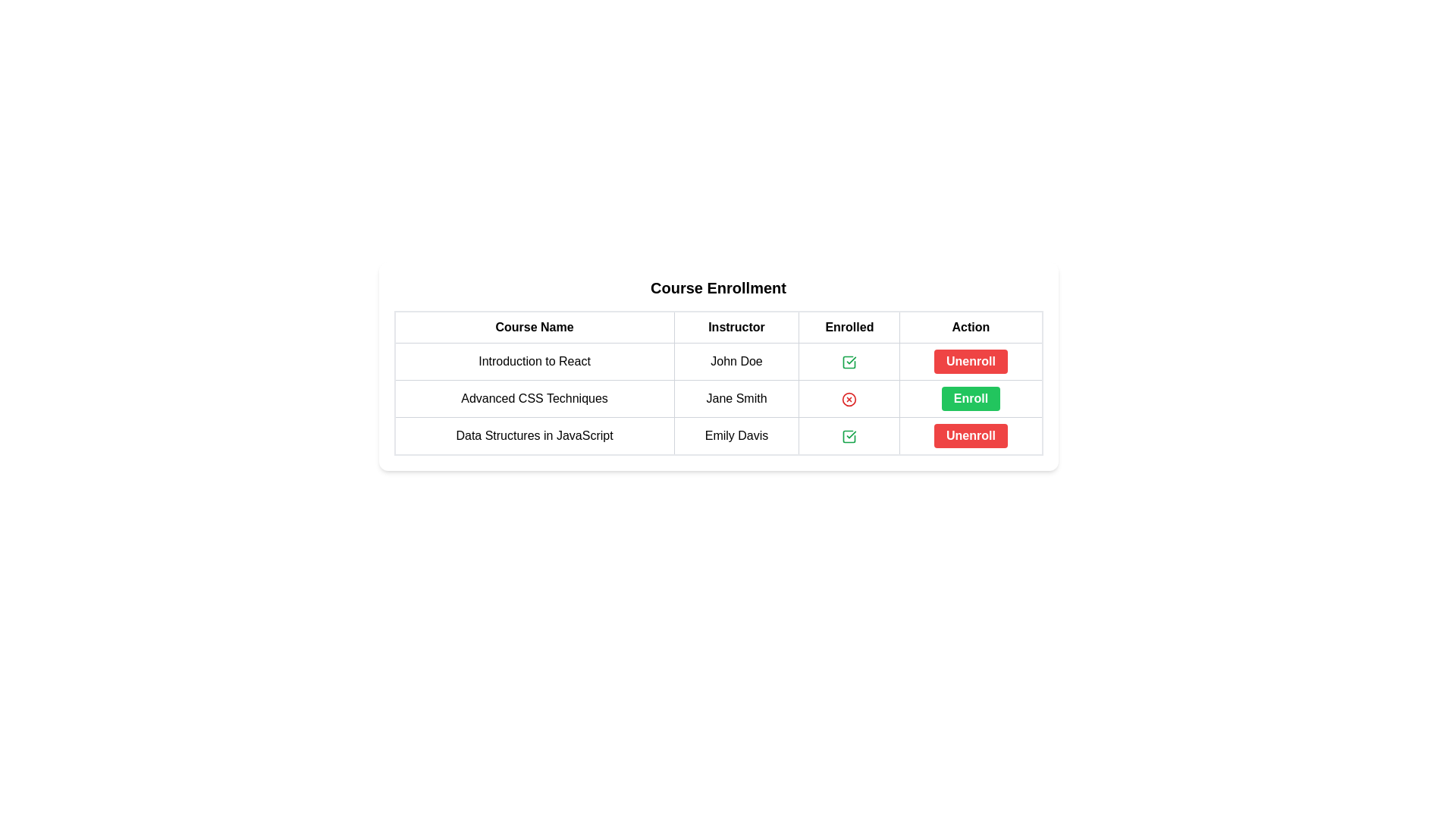  What do you see at coordinates (534, 436) in the screenshot?
I see `the text label displaying 'Data Structures in JavaScript', which is located under the 'Course Name' column in the course enrollment details table` at bounding box center [534, 436].